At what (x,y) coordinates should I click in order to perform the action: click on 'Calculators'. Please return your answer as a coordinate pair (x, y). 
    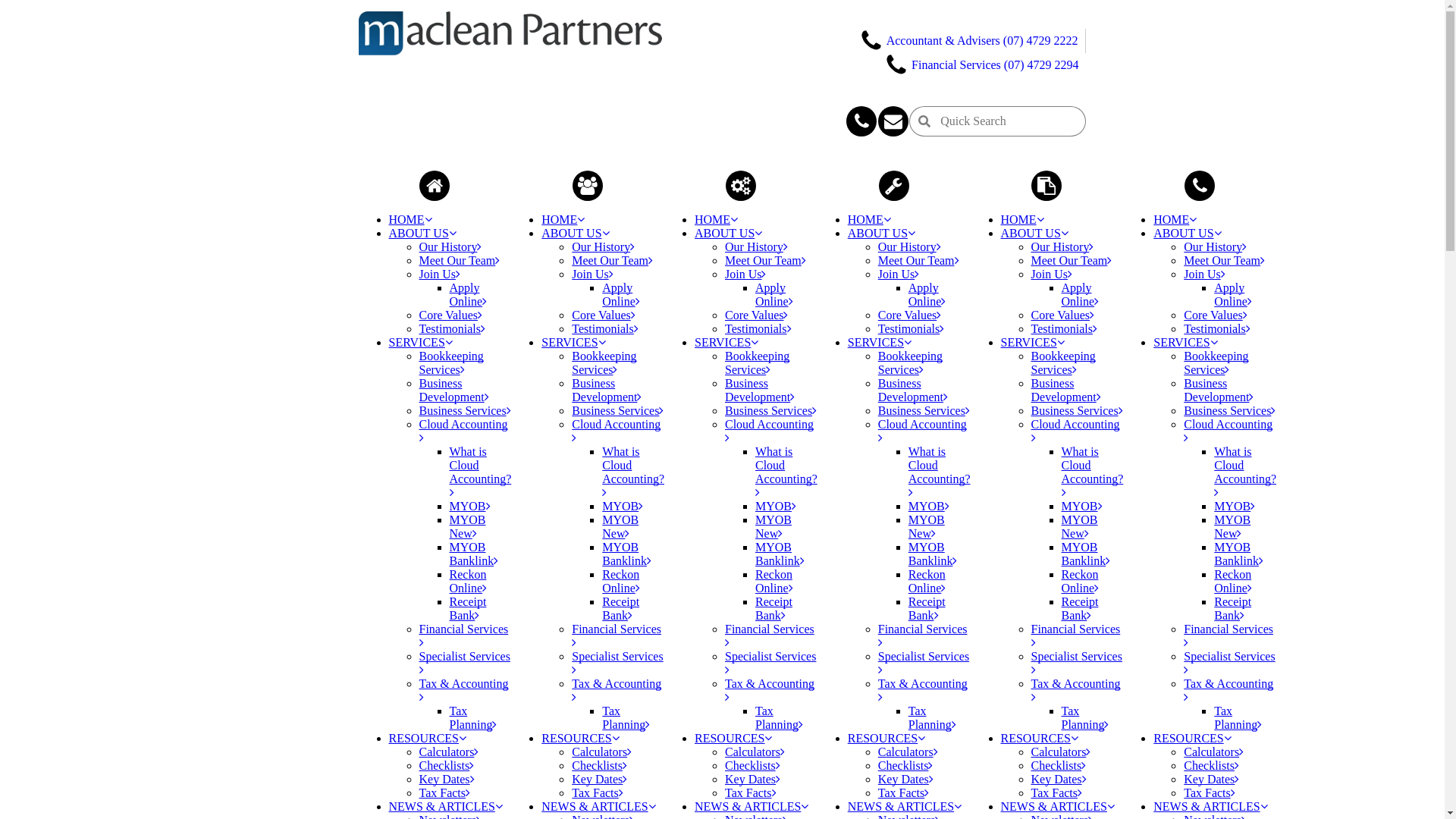
    Looking at the image, I should click on (908, 752).